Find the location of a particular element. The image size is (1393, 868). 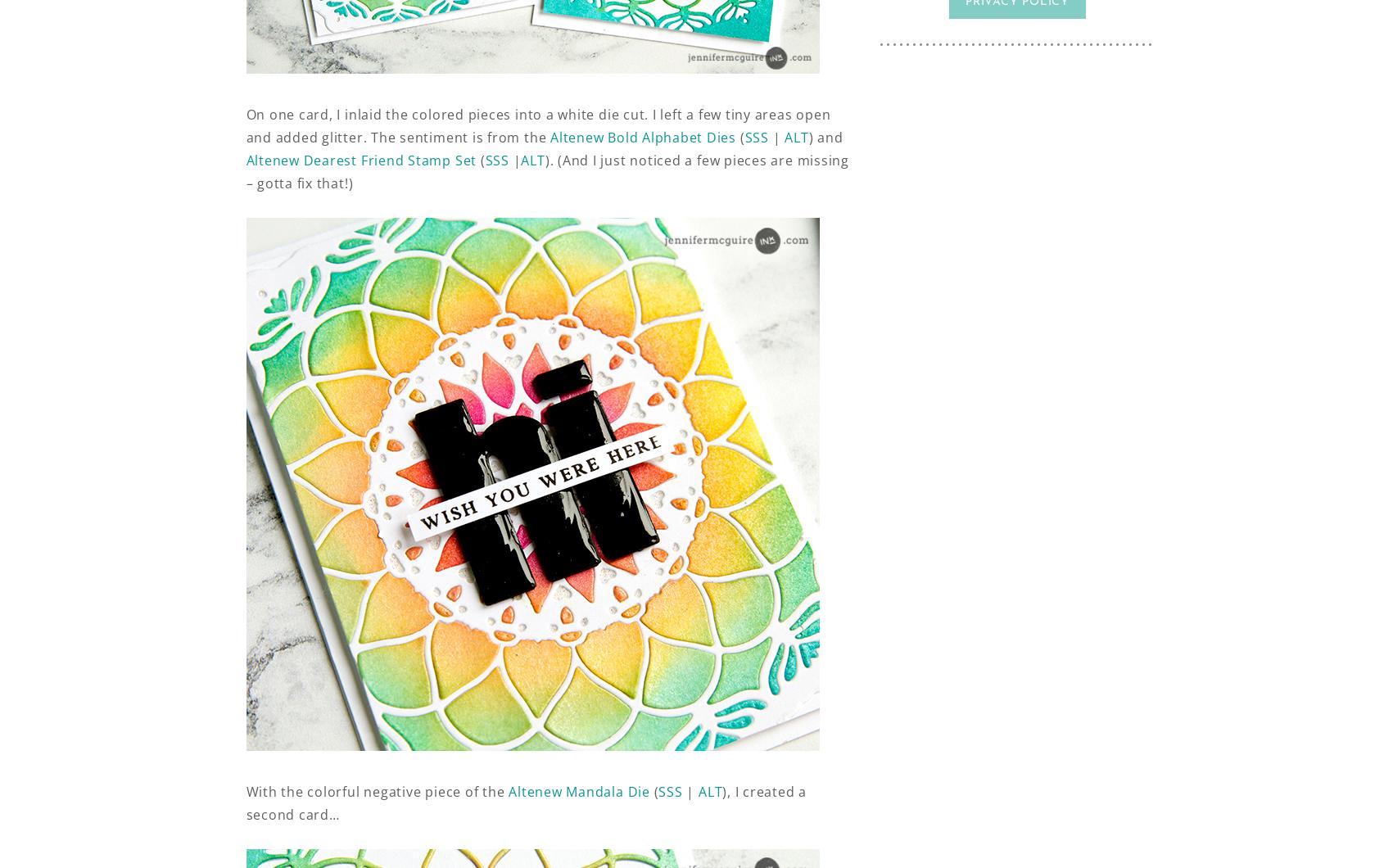

'). (And I just noticed a few pieces are missing – gotta fix that!)' is located at coordinates (545, 170).